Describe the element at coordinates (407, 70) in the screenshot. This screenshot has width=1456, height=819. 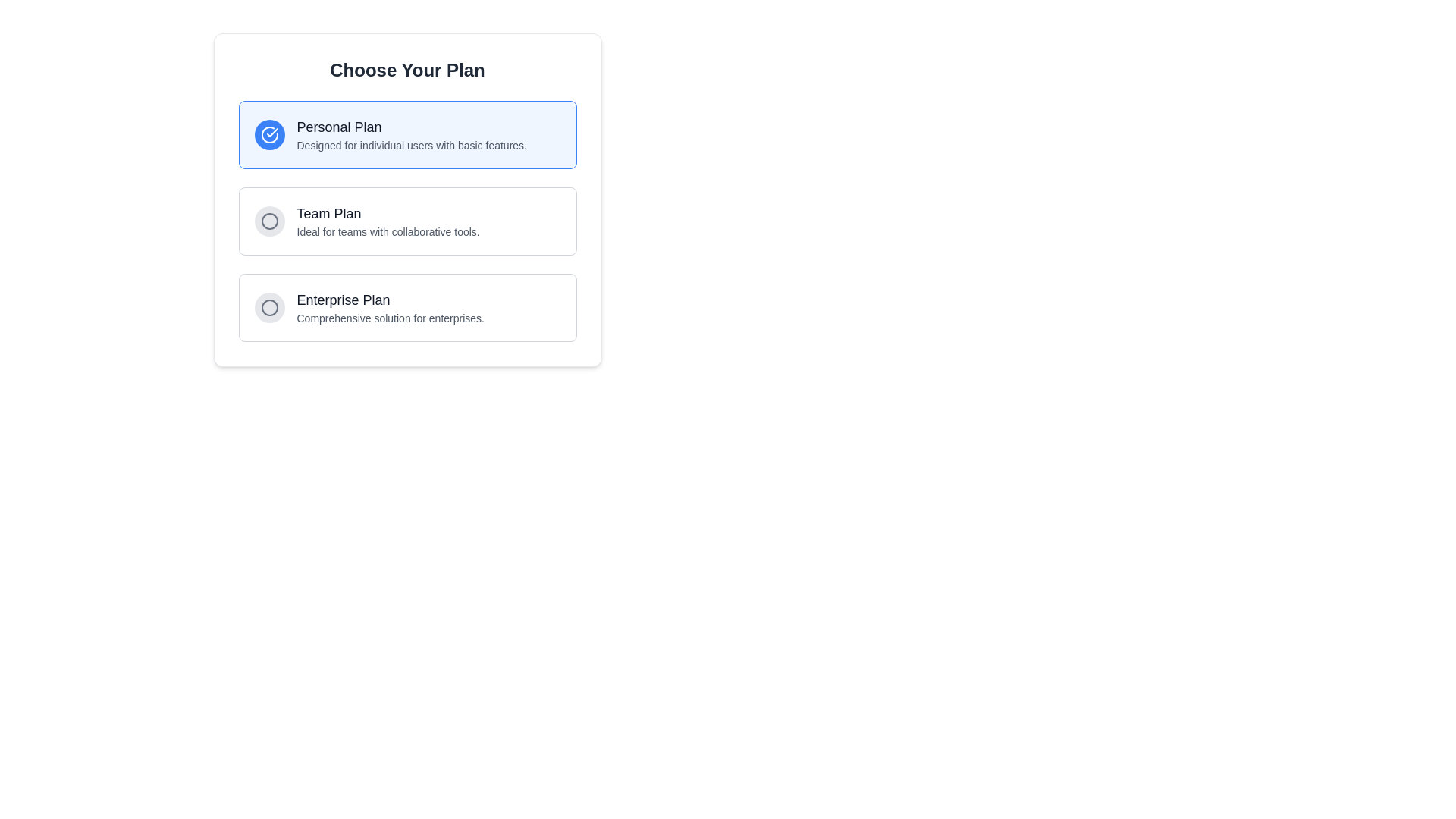
I see `the heading element that serves as the title for the section, indicating that the following content pertains to selecting a plan` at that location.